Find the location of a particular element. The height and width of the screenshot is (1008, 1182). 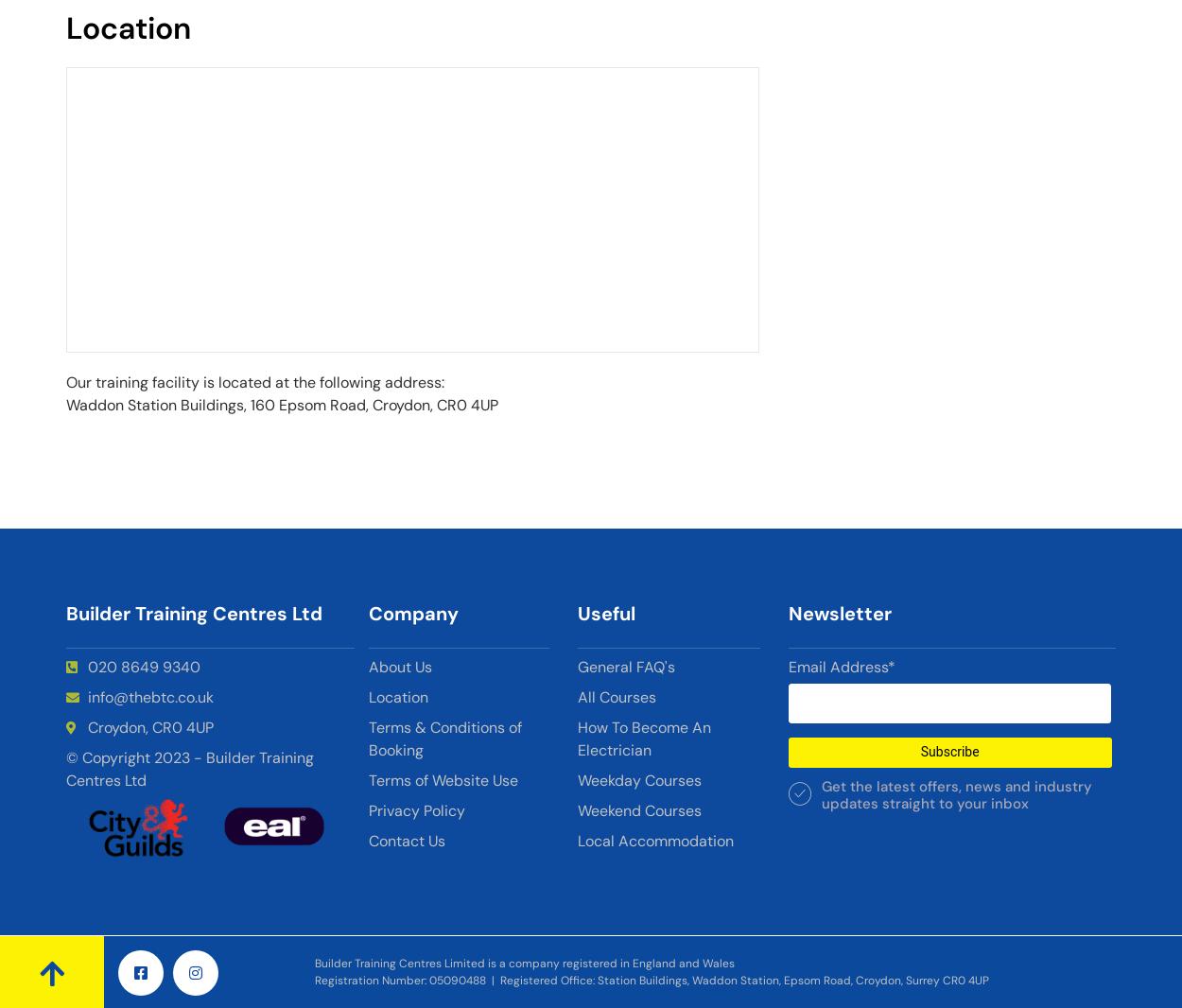

'Useful' is located at coordinates (605, 612).